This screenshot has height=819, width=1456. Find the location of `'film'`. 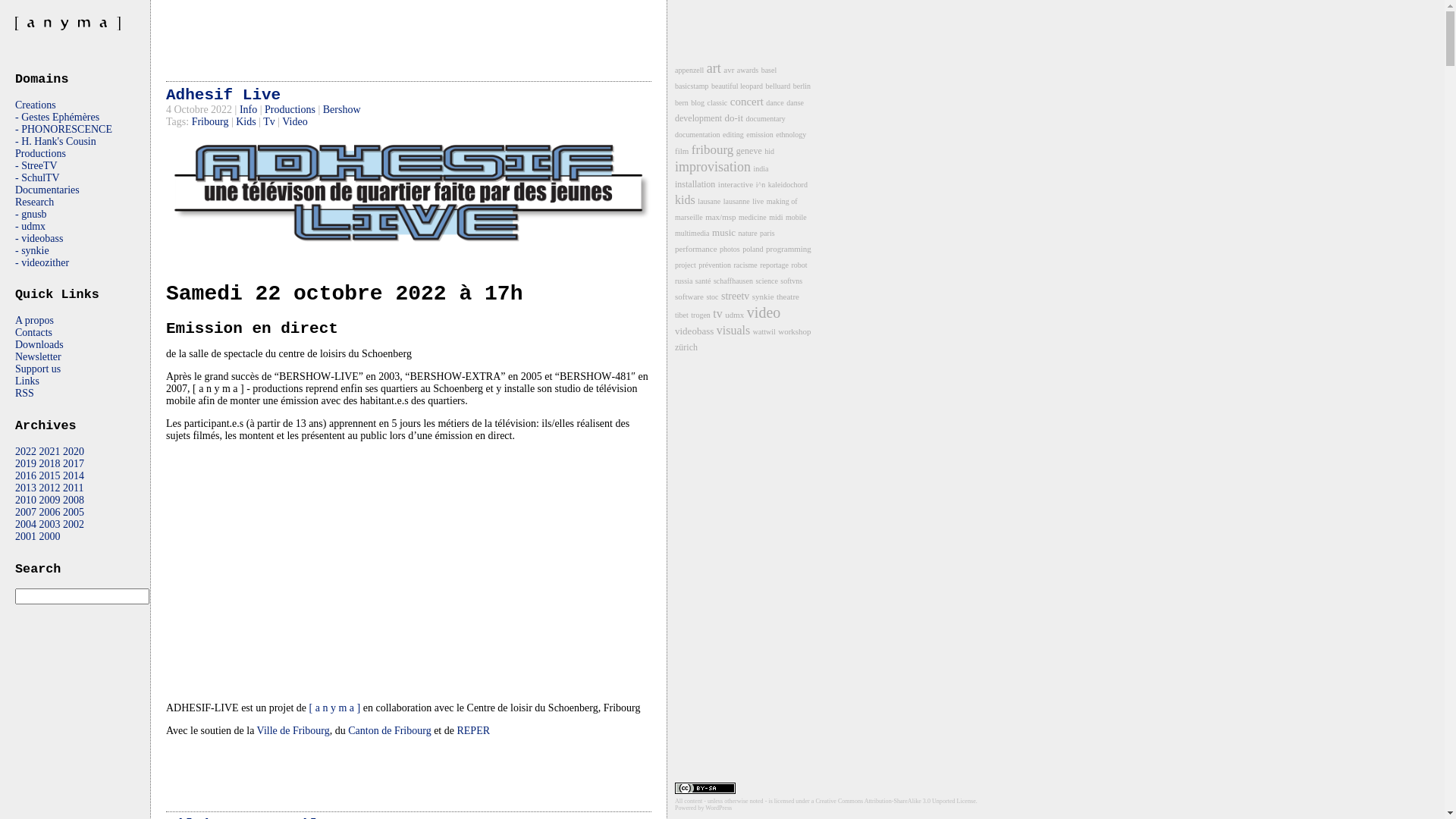

'film' is located at coordinates (680, 151).